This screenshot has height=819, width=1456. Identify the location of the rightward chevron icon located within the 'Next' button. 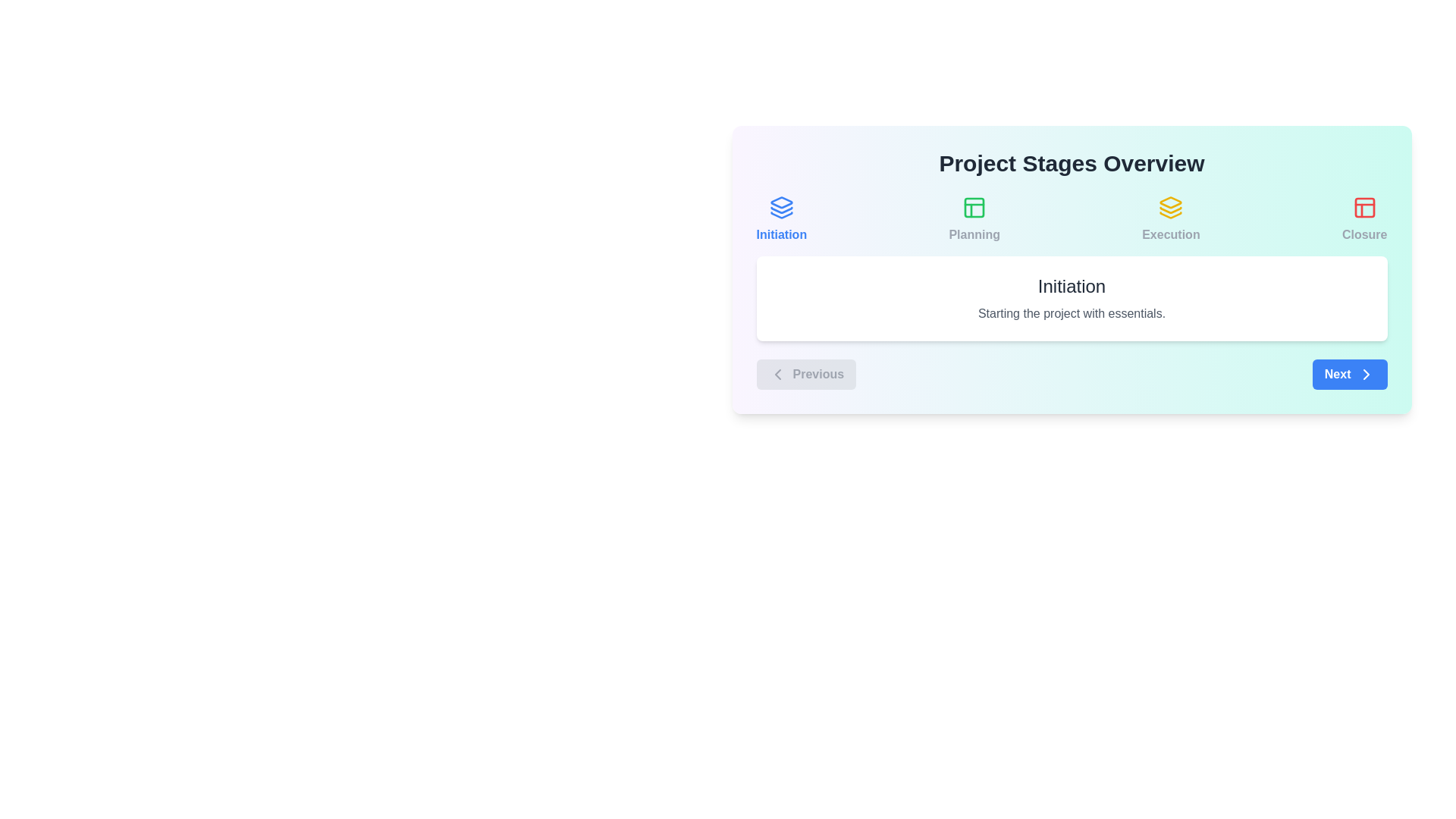
(1366, 374).